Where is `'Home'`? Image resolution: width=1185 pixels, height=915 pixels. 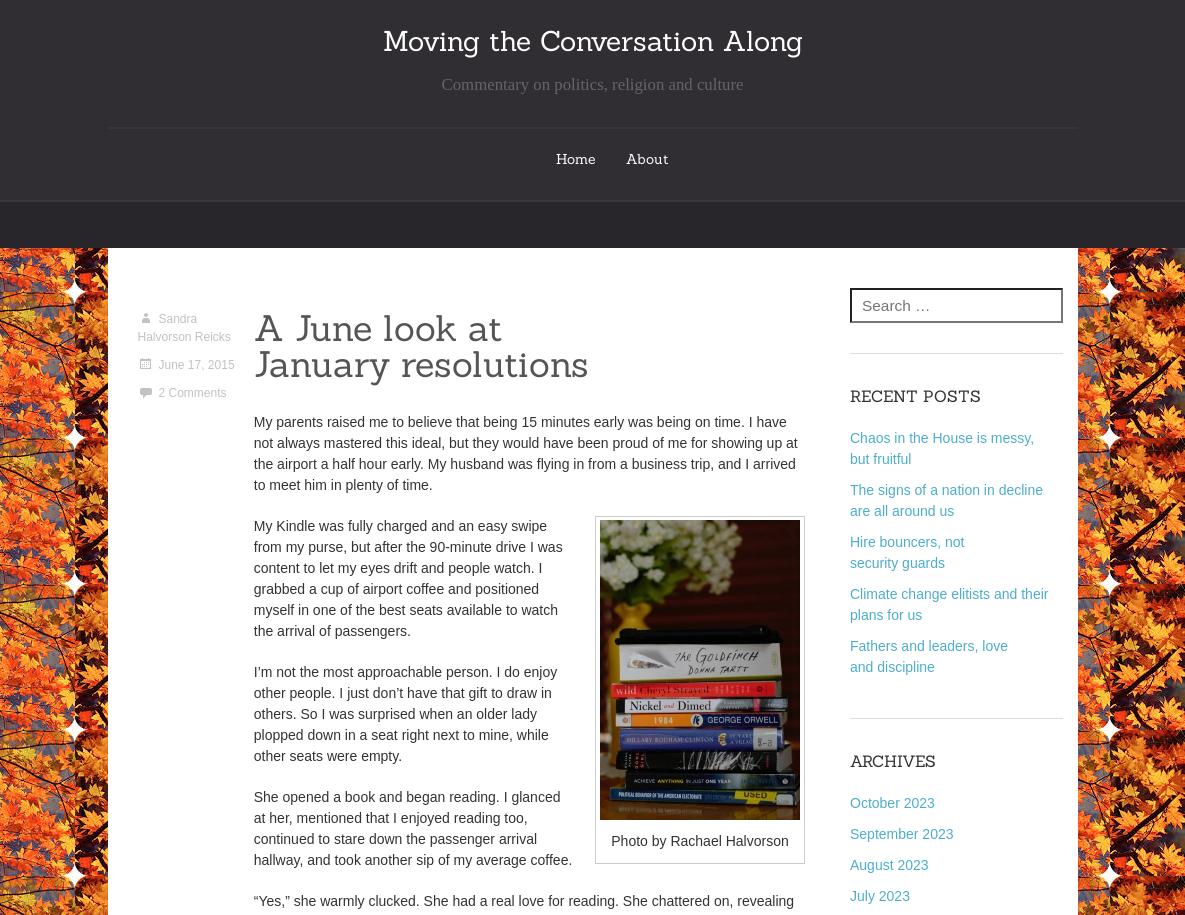 'Home' is located at coordinates (575, 158).